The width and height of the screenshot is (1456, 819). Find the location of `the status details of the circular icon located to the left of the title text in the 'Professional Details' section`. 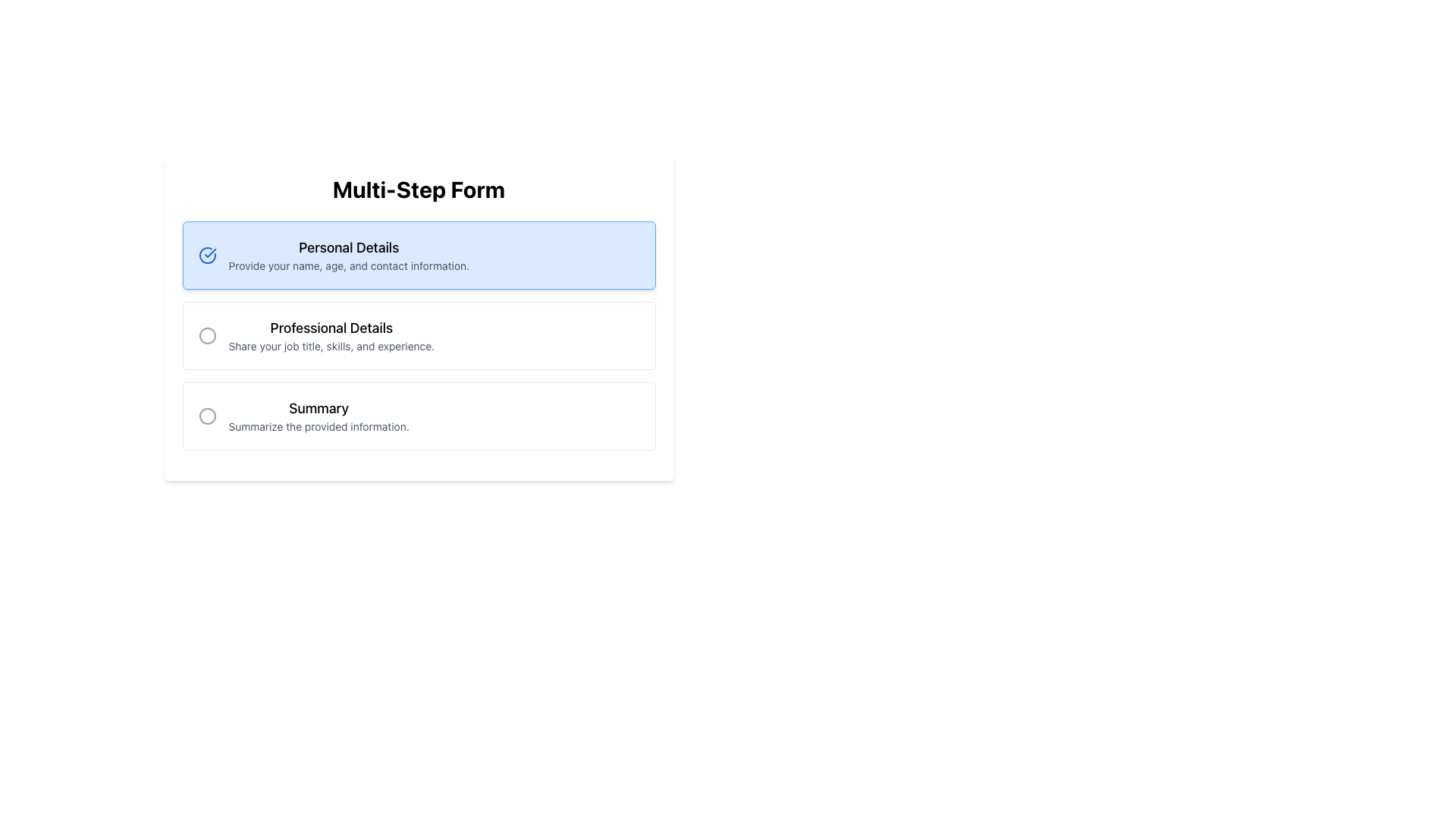

the status details of the circular icon located to the left of the title text in the 'Professional Details' section is located at coordinates (206, 335).